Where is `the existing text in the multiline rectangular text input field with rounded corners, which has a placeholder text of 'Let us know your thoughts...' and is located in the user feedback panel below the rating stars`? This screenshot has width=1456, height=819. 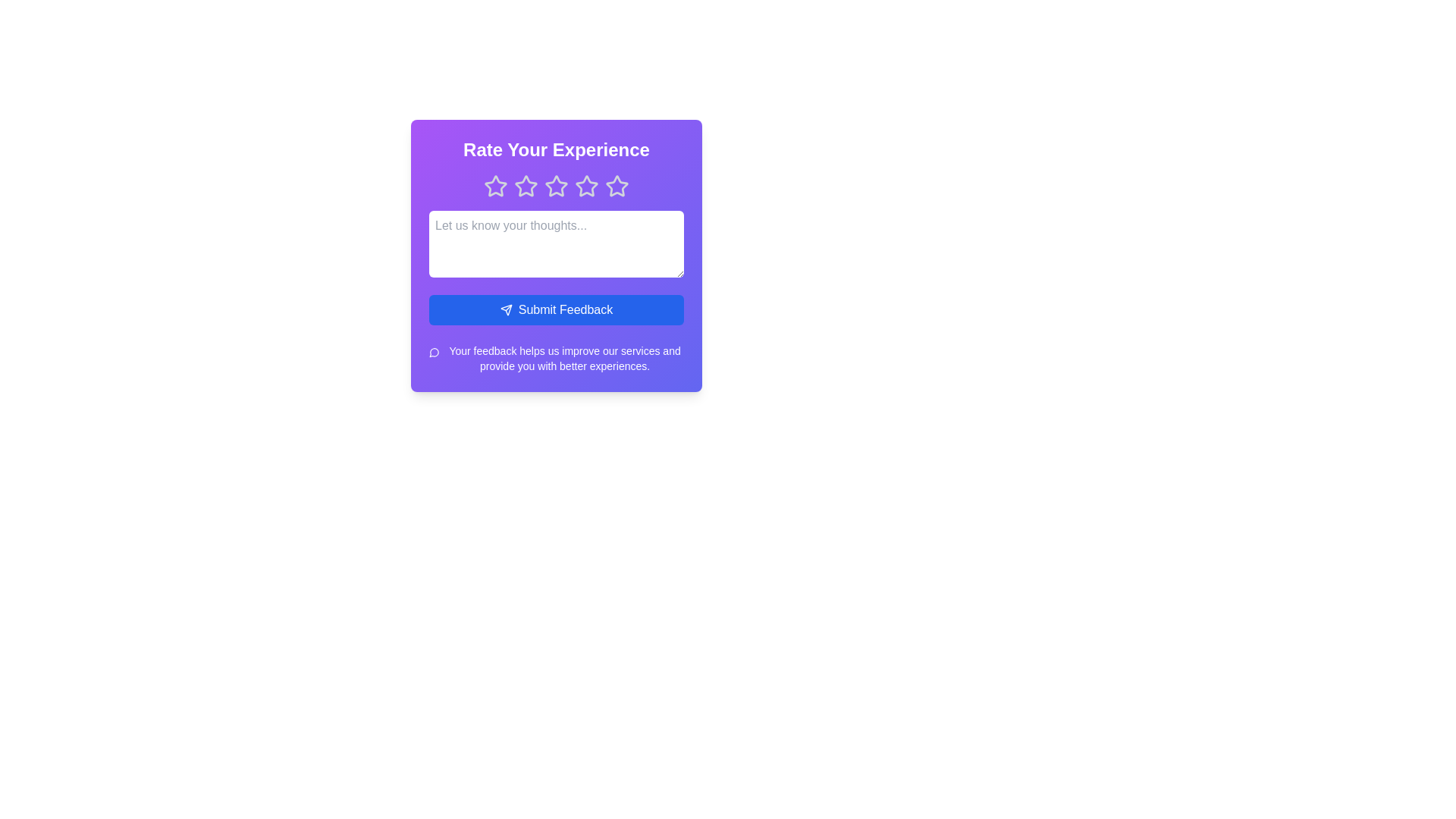 the existing text in the multiline rectangular text input field with rounded corners, which has a placeholder text of 'Let us know your thoughts...' and is located in the user feedback panel below the rating stars is located at coordinates (556, 243).